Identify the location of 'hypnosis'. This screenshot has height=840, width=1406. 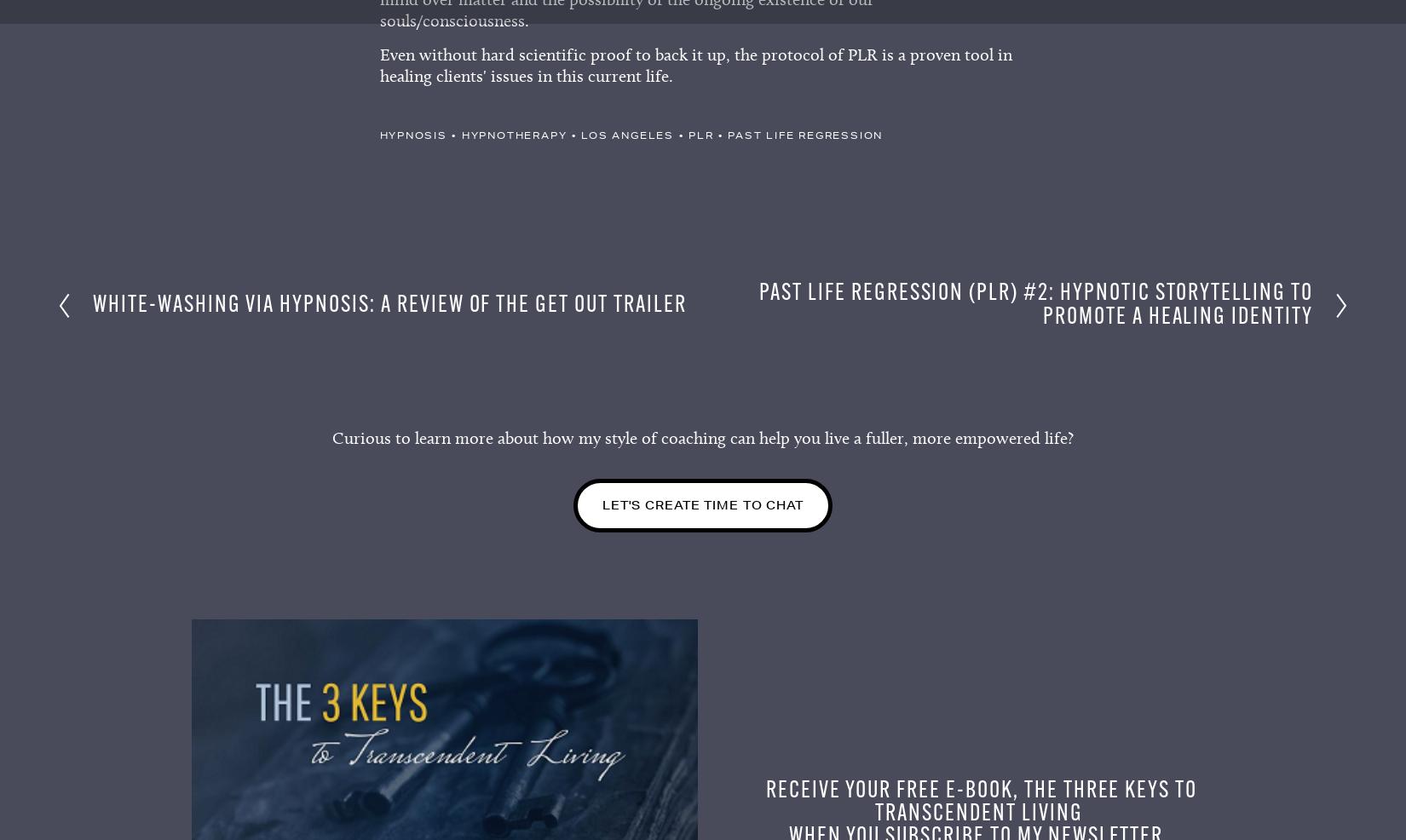
(412, 140).